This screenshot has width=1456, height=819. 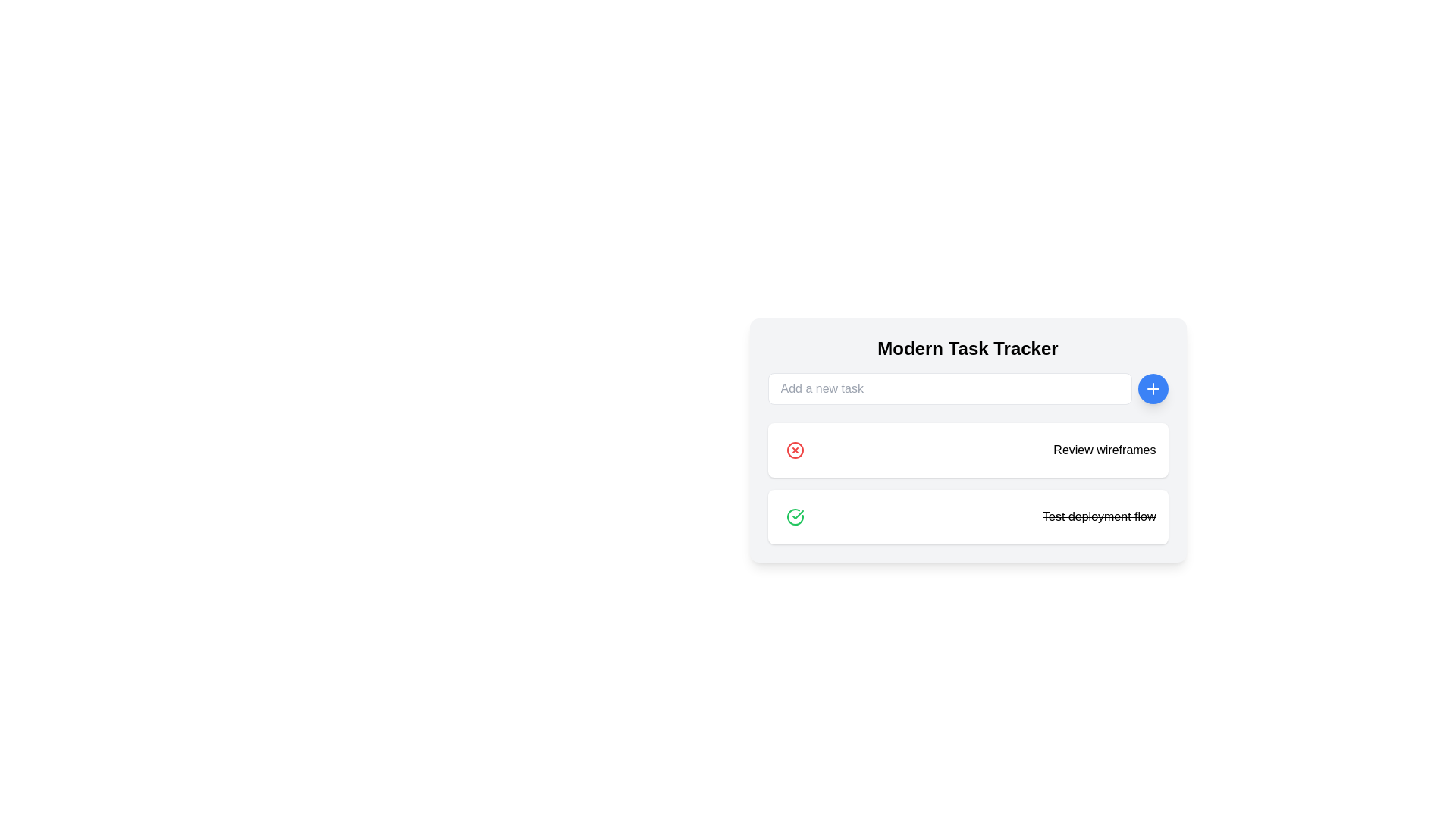 I want to click on displayed text from the static label on the second task card in the 'Modern Task Tracker' interface, located to the right of the red circular 'X' deletion icon, so click(x=1104, y=450).